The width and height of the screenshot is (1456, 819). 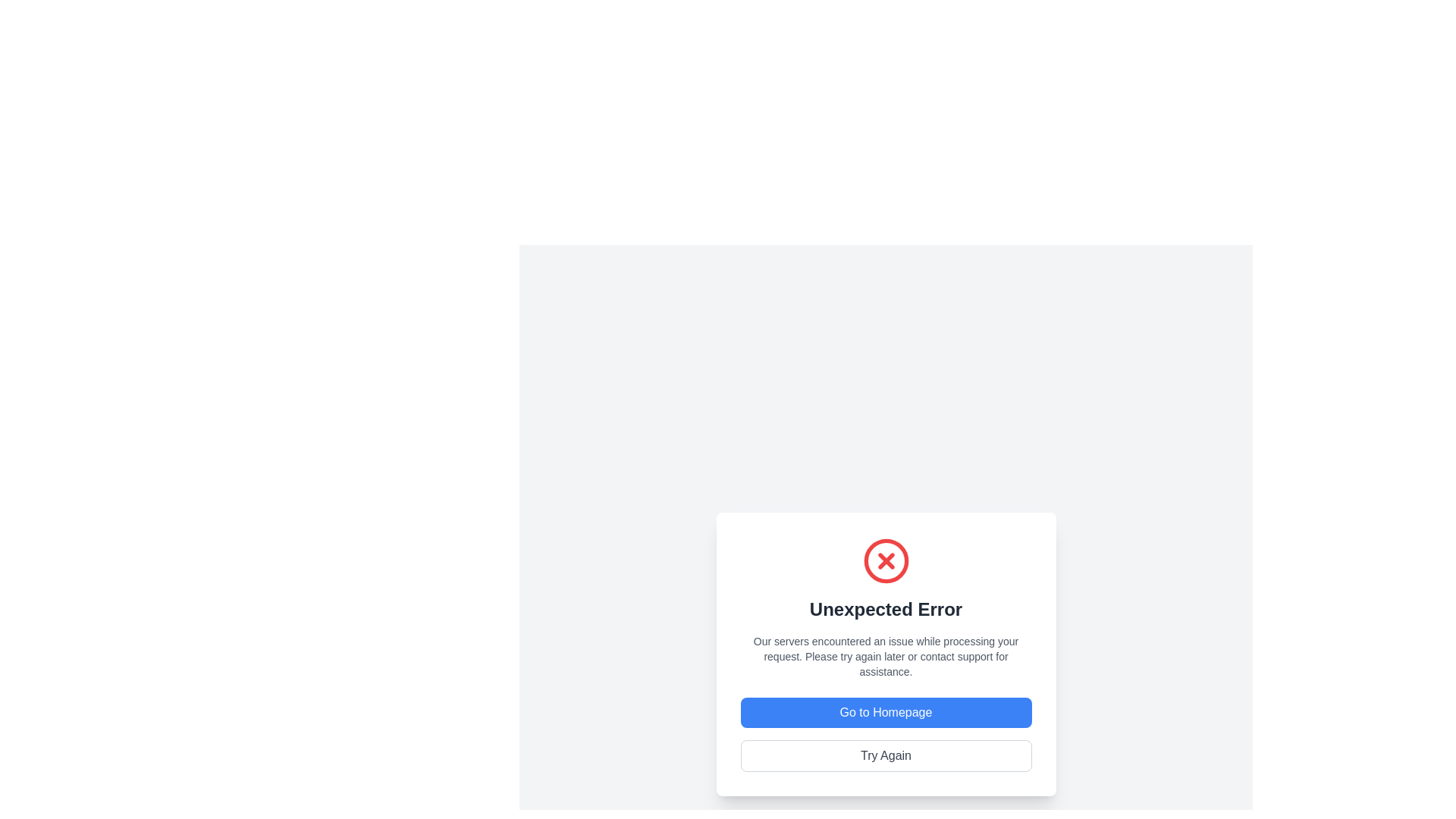 I want to click on the Text Label that serves as the title for the error message, located in the middle region of the error message box, directly below the red circular icon with an 'X' symbol, so click(x=886, y=608).